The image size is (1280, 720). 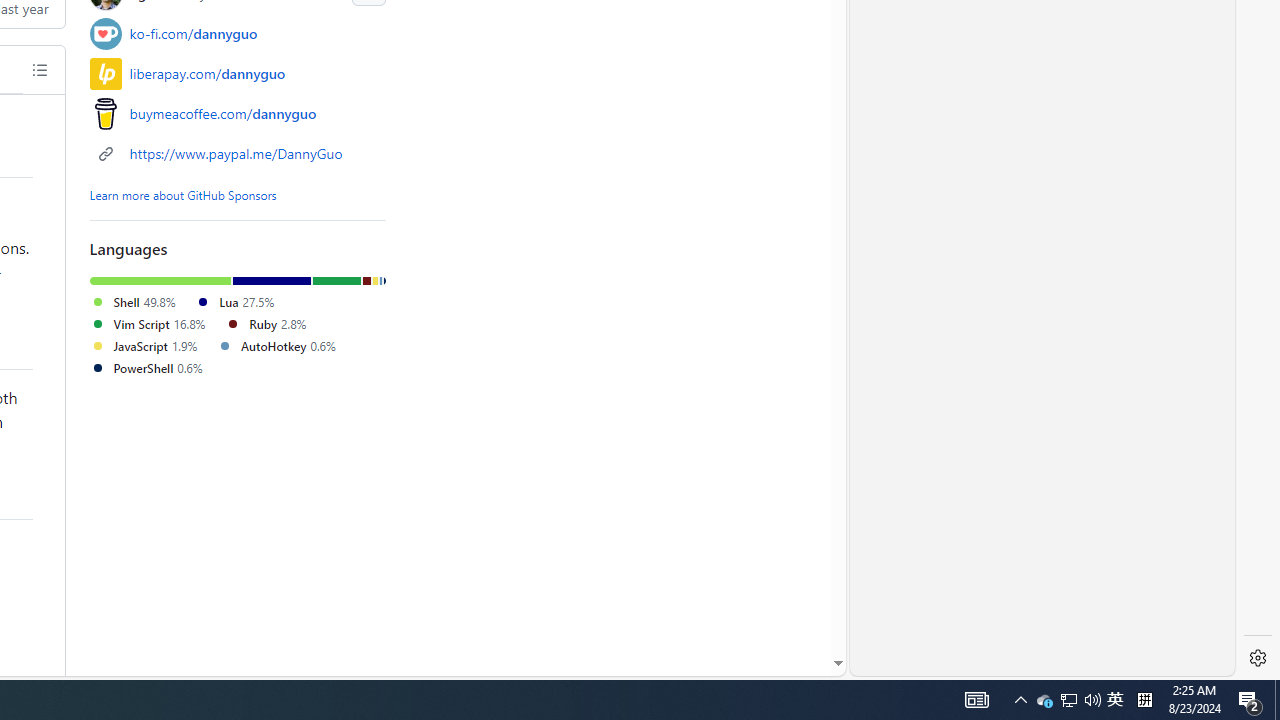 I want to click on 'ko_fi', so click(x=104, y=33).